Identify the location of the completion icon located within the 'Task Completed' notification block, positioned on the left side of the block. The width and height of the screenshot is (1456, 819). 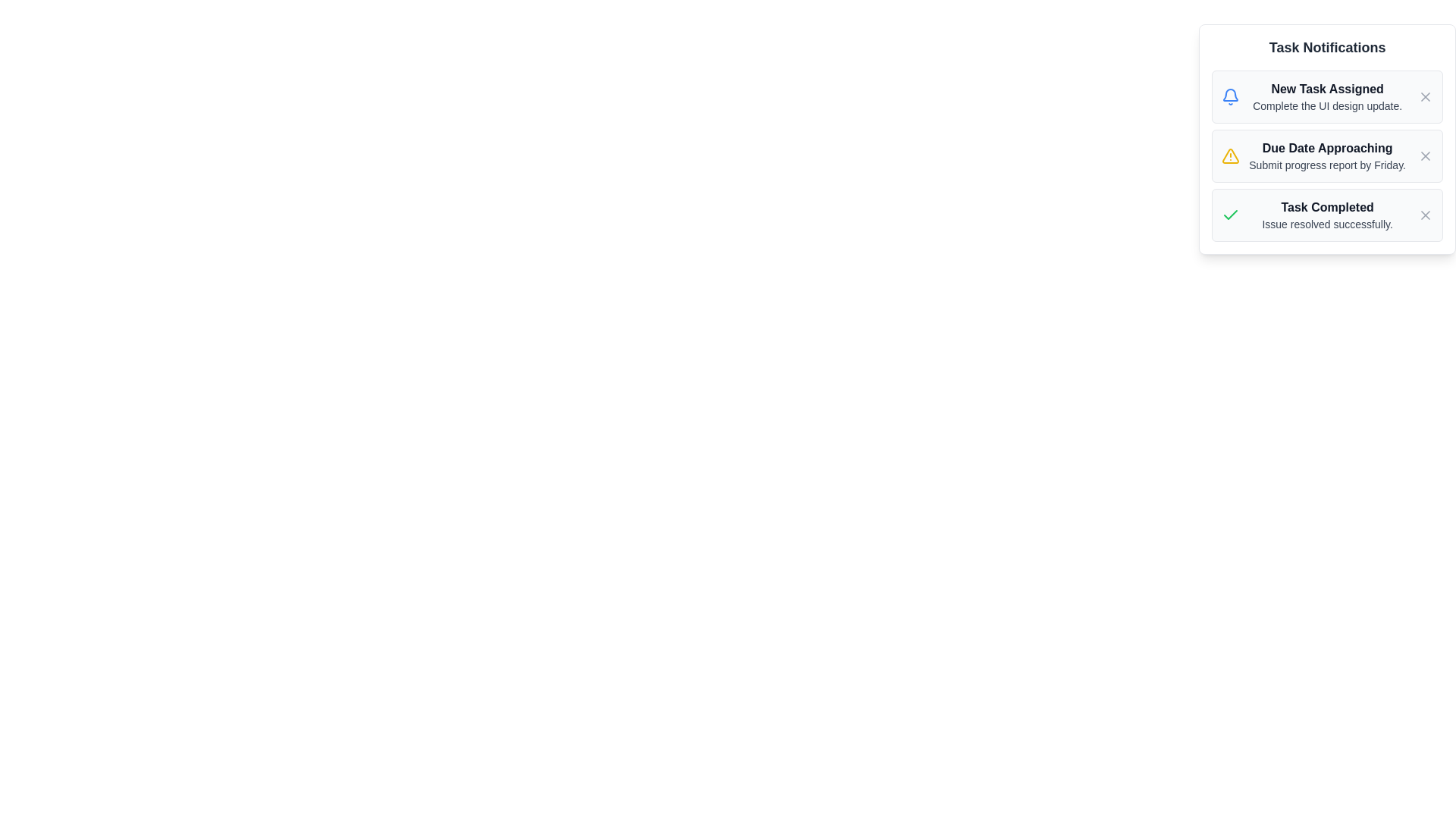
(1231, 215).